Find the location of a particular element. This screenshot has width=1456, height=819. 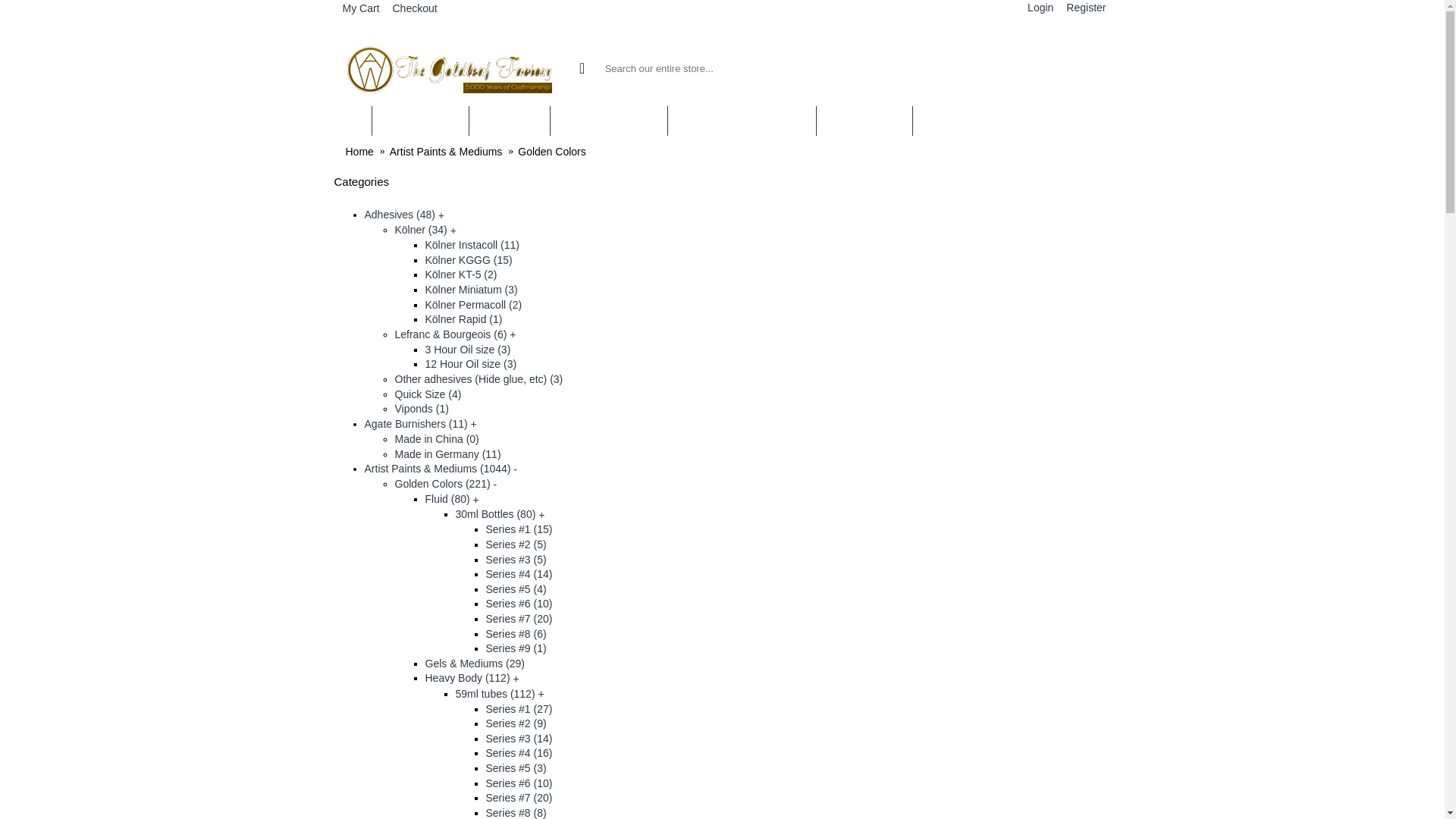

'Made in Germany (11)' is located at coordinates (447, 452).